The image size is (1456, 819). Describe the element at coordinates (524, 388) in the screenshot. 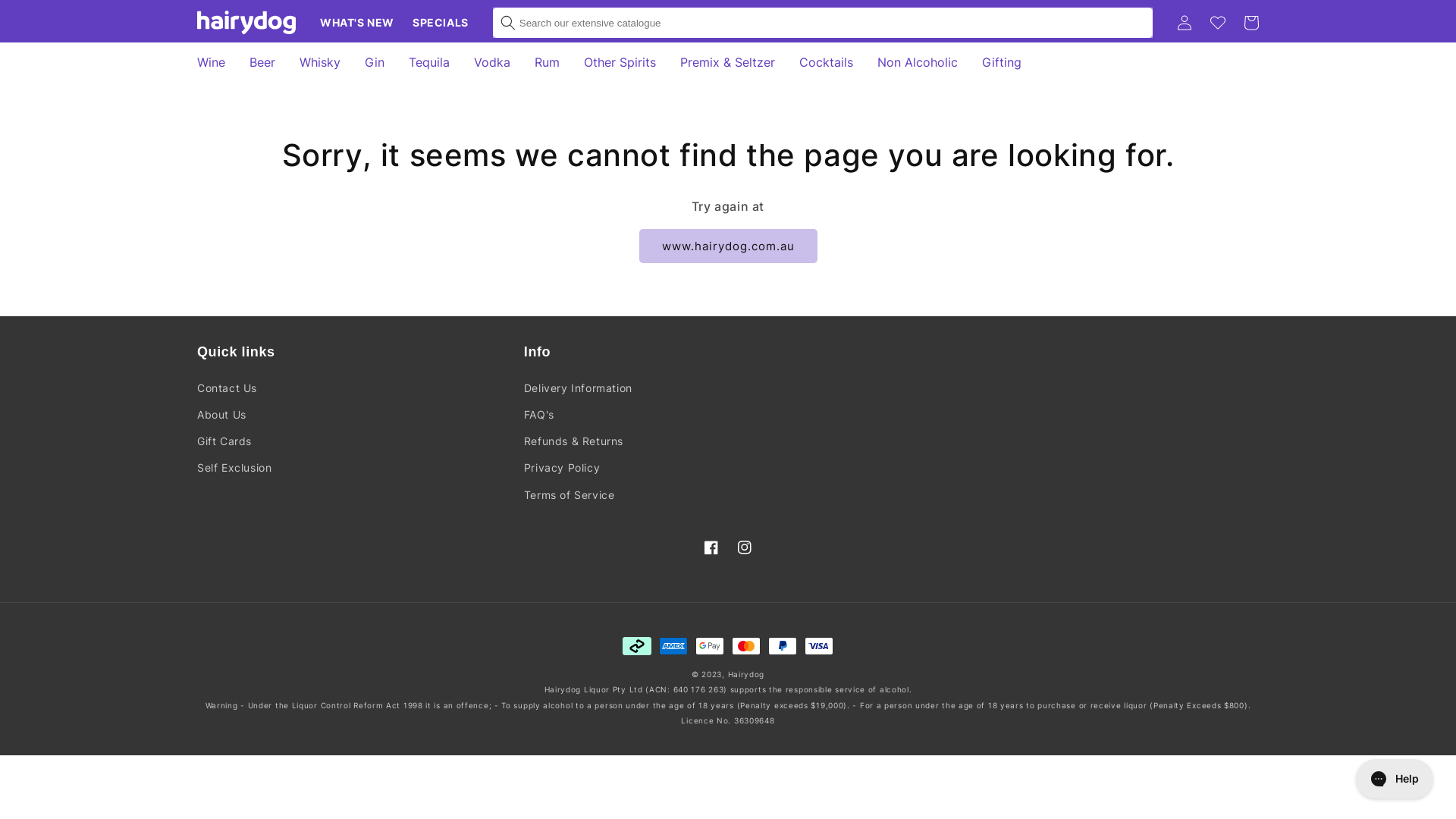

I see `'Delivery Information'` at that location.